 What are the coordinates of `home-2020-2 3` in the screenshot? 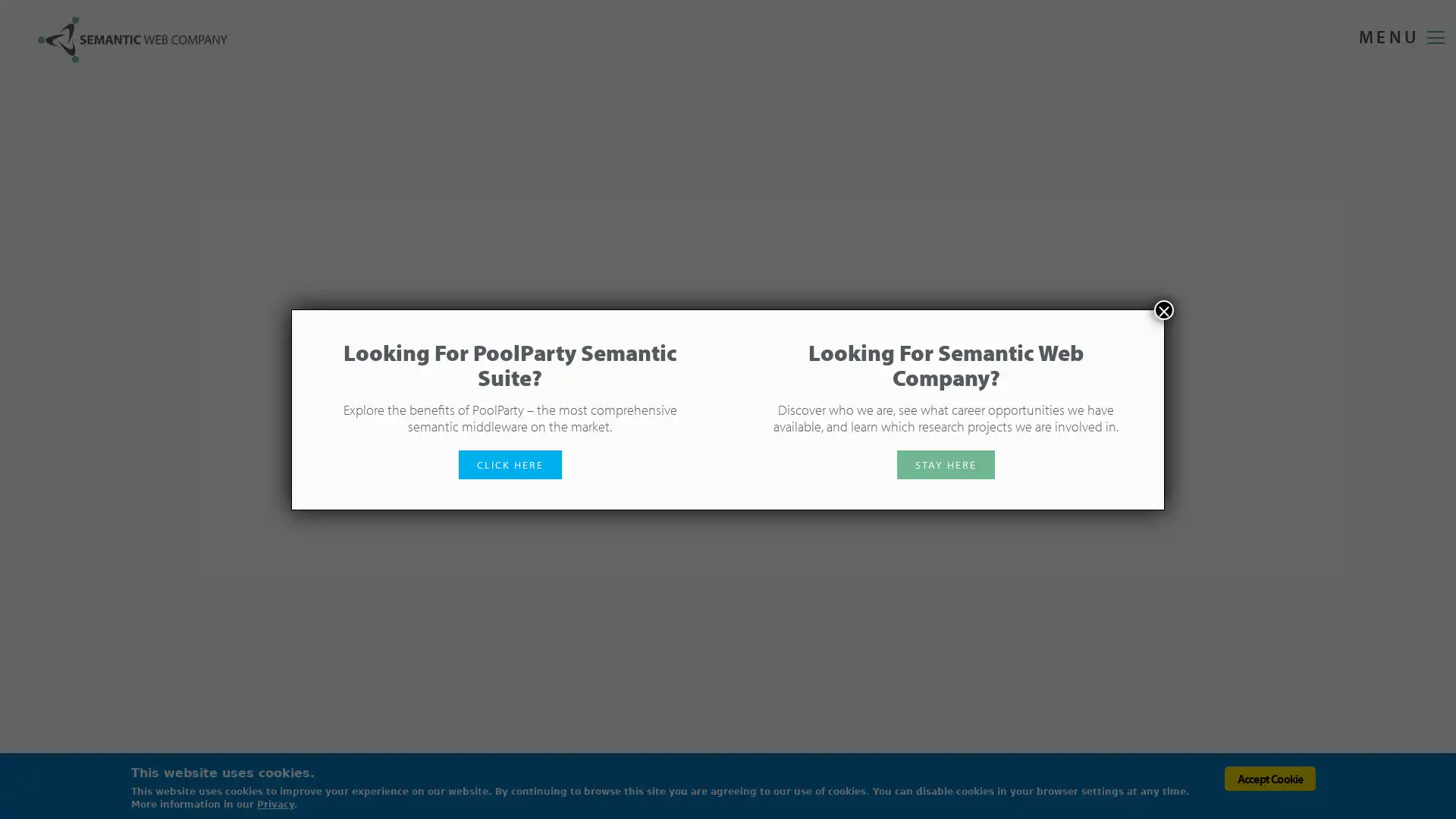 It's located at (1410, 409).